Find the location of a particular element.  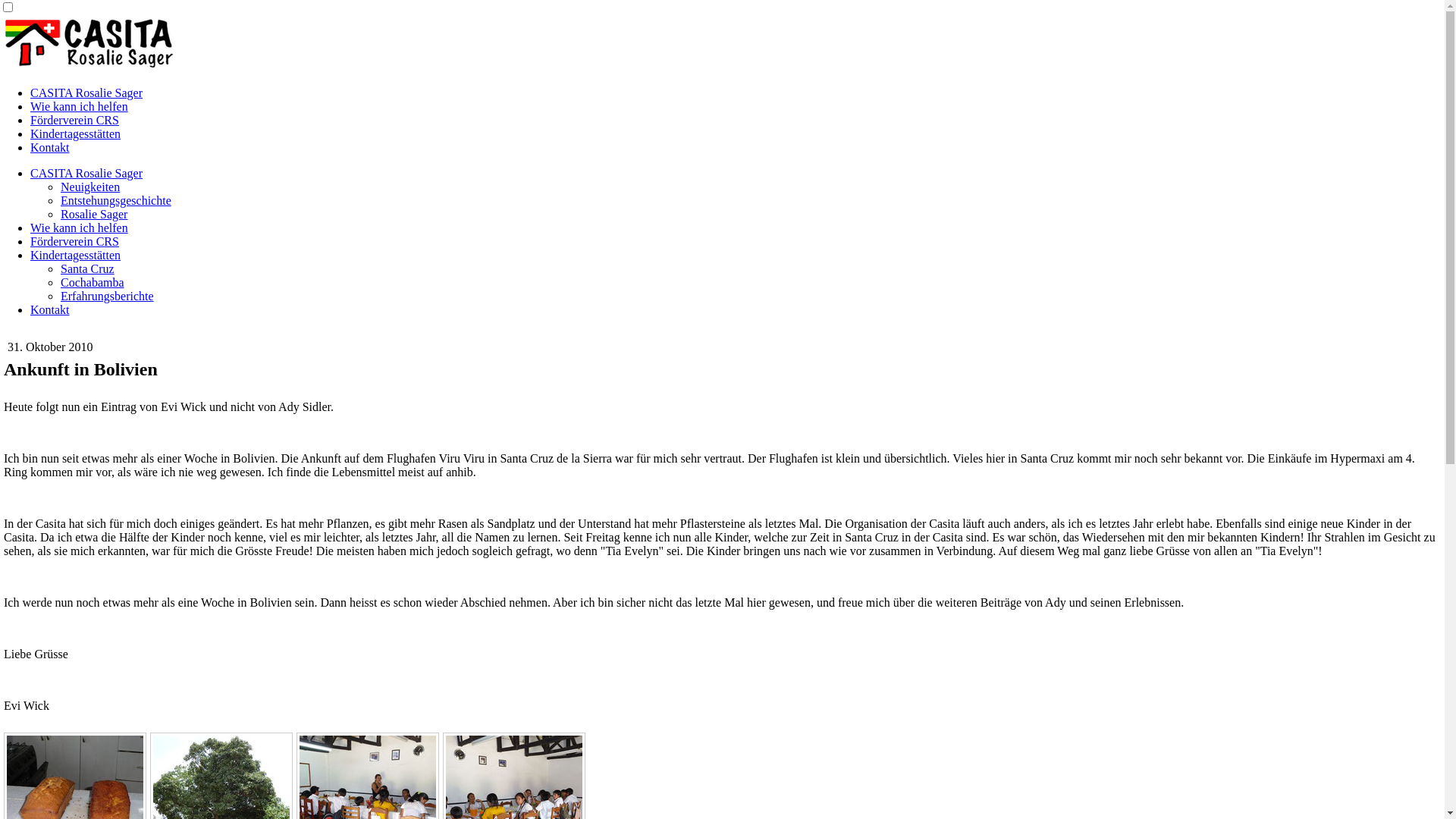

'Erfahrungsberichte' is located at coordinates (106, 296).